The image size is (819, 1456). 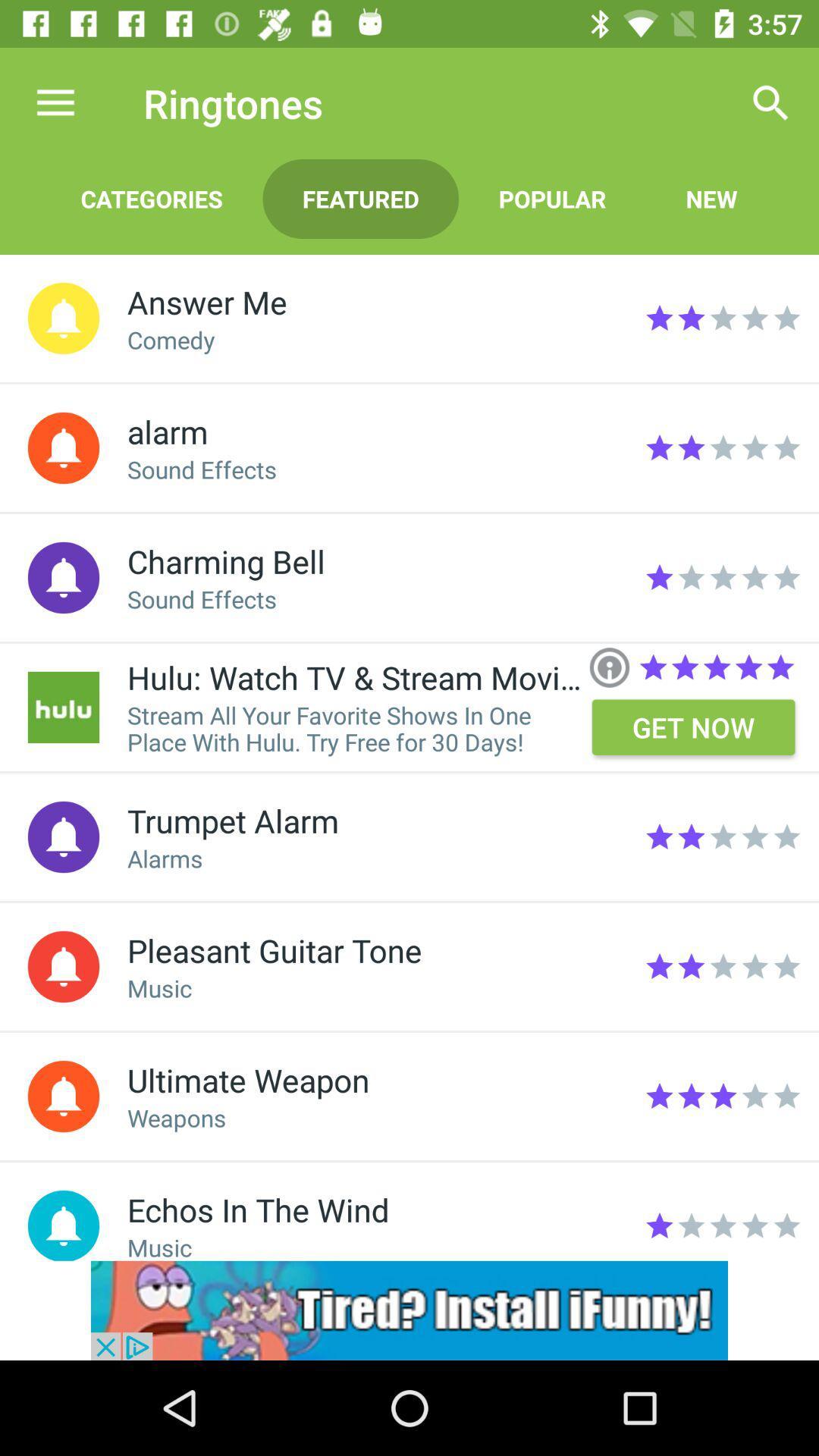 I want to click on visit ifunny advertisement, so click(x=409, y=1310).